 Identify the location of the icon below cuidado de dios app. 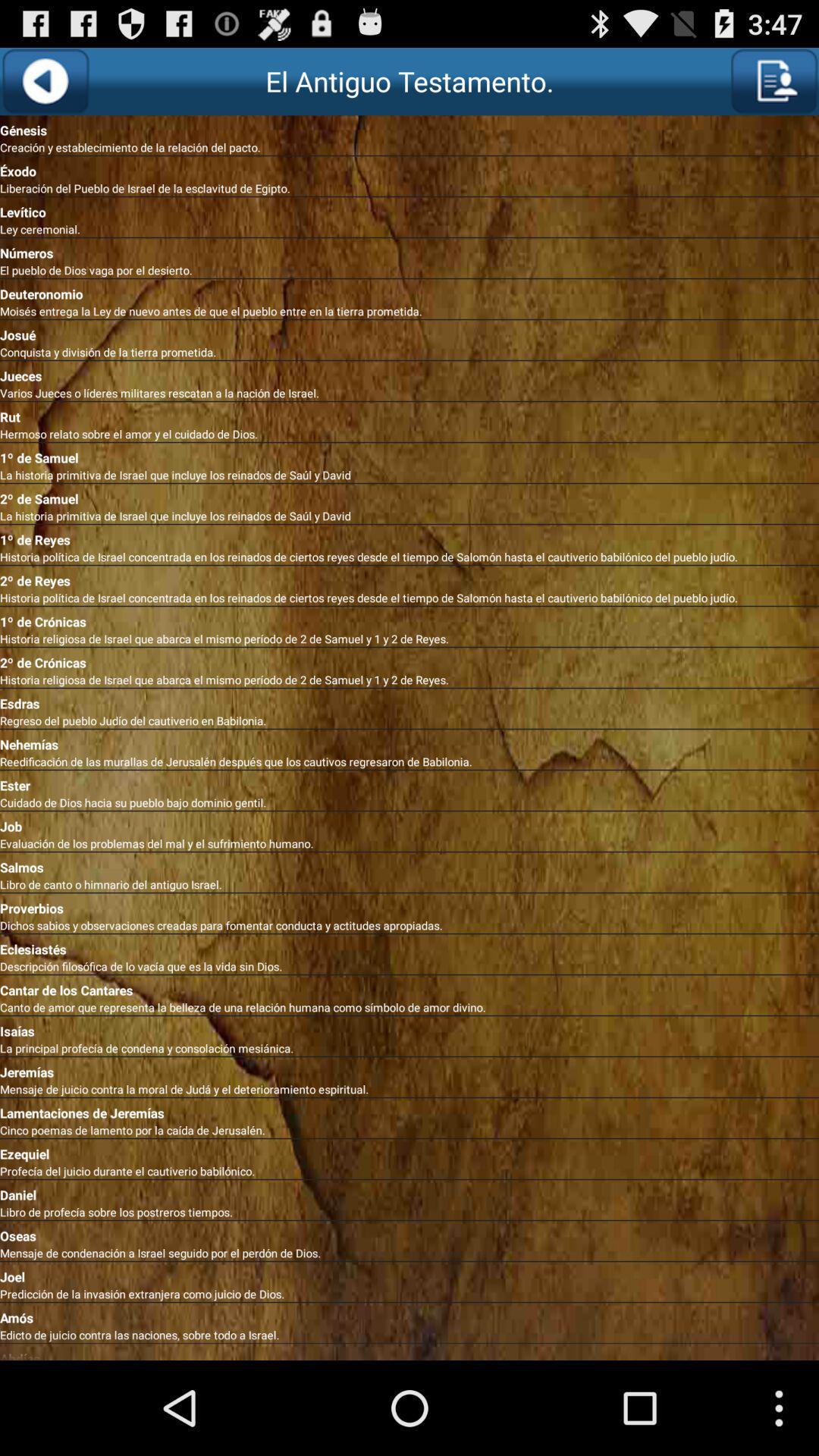
(409, 822).